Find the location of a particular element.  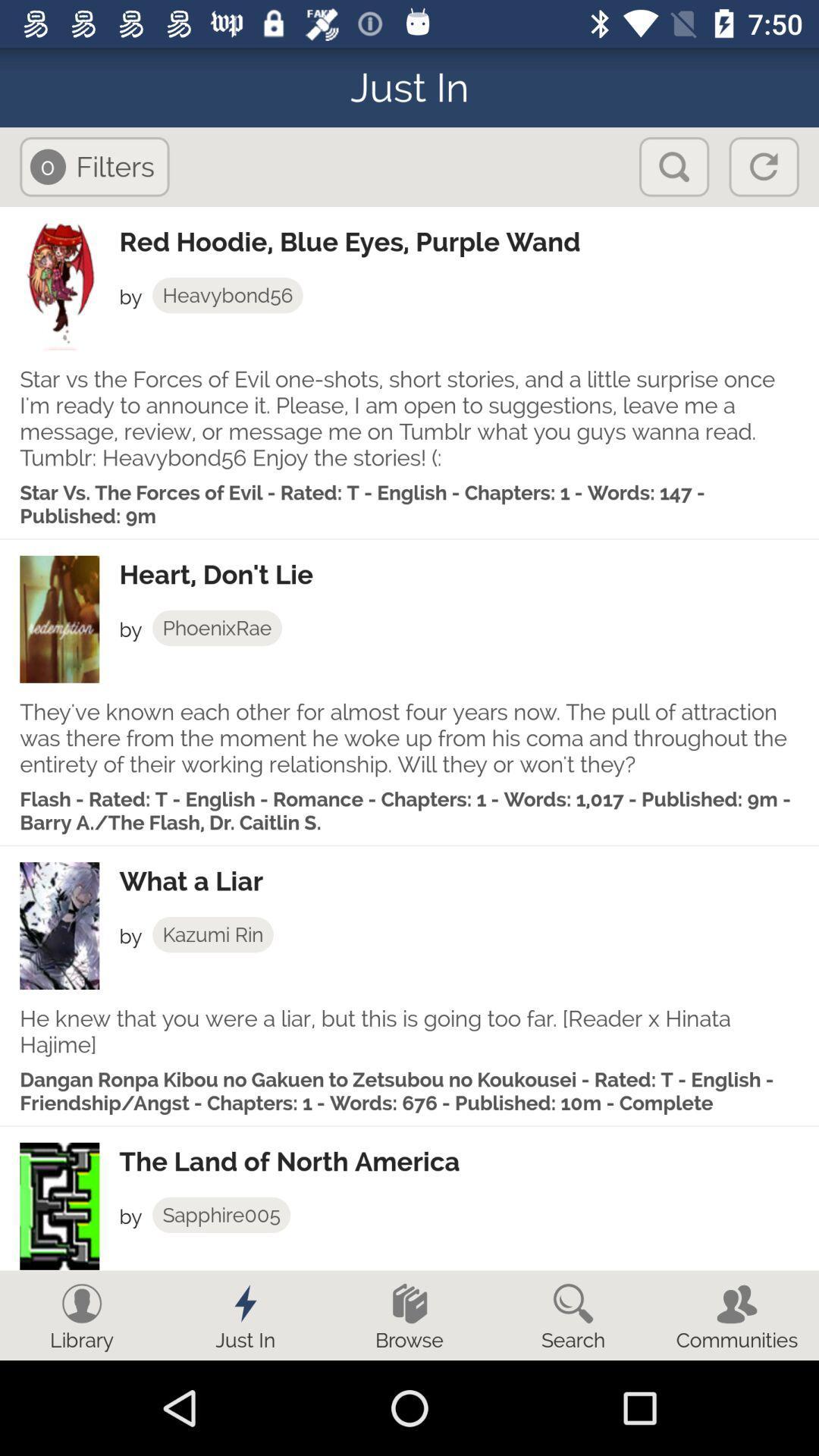

item to the right of by item is located at coordinates (212, 934).